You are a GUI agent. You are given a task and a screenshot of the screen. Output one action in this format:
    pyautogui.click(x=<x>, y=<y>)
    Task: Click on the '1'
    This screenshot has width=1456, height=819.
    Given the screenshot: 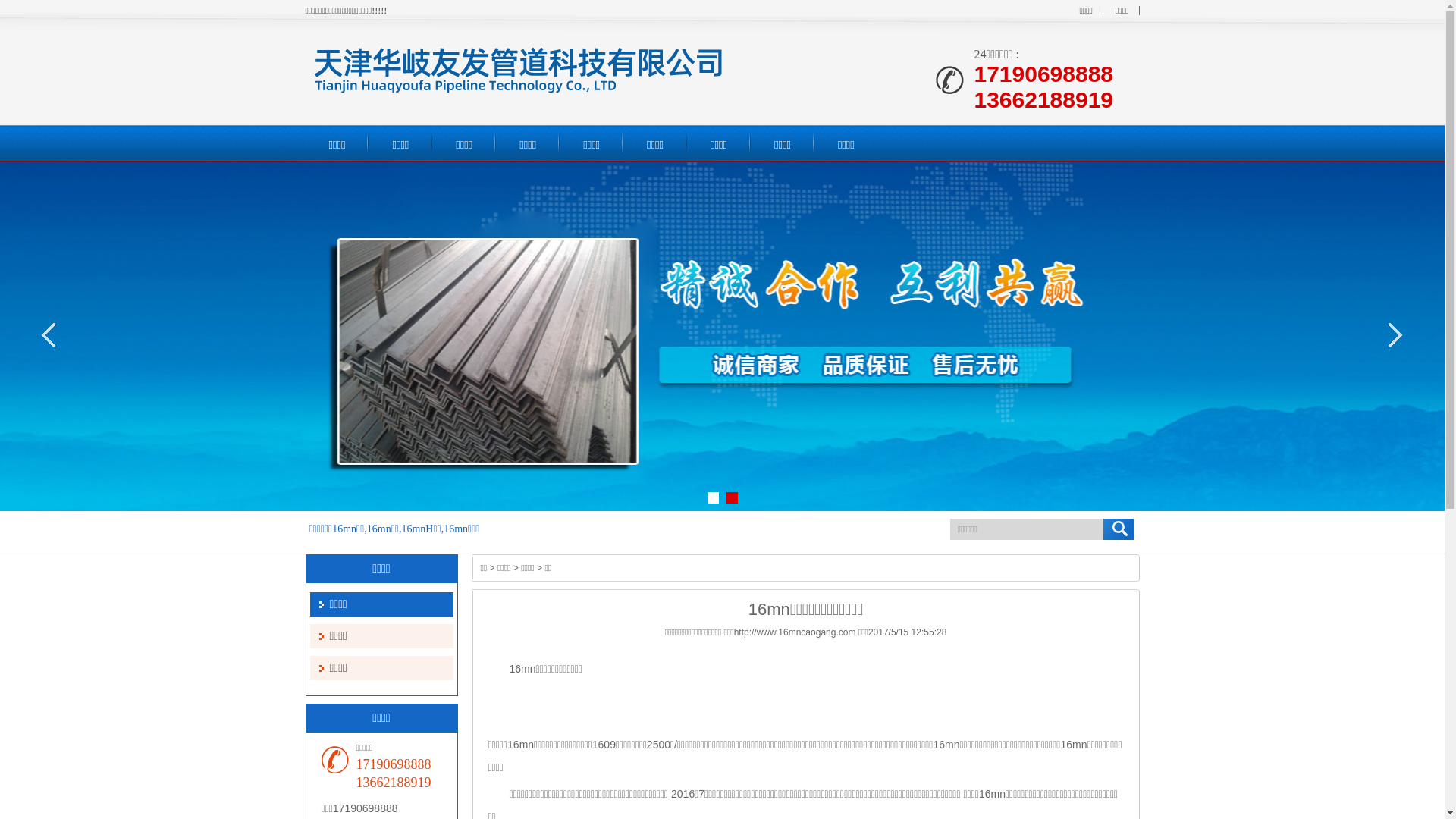 What is the action you would take?
    pyautogui.click(x=711, y=497)
    